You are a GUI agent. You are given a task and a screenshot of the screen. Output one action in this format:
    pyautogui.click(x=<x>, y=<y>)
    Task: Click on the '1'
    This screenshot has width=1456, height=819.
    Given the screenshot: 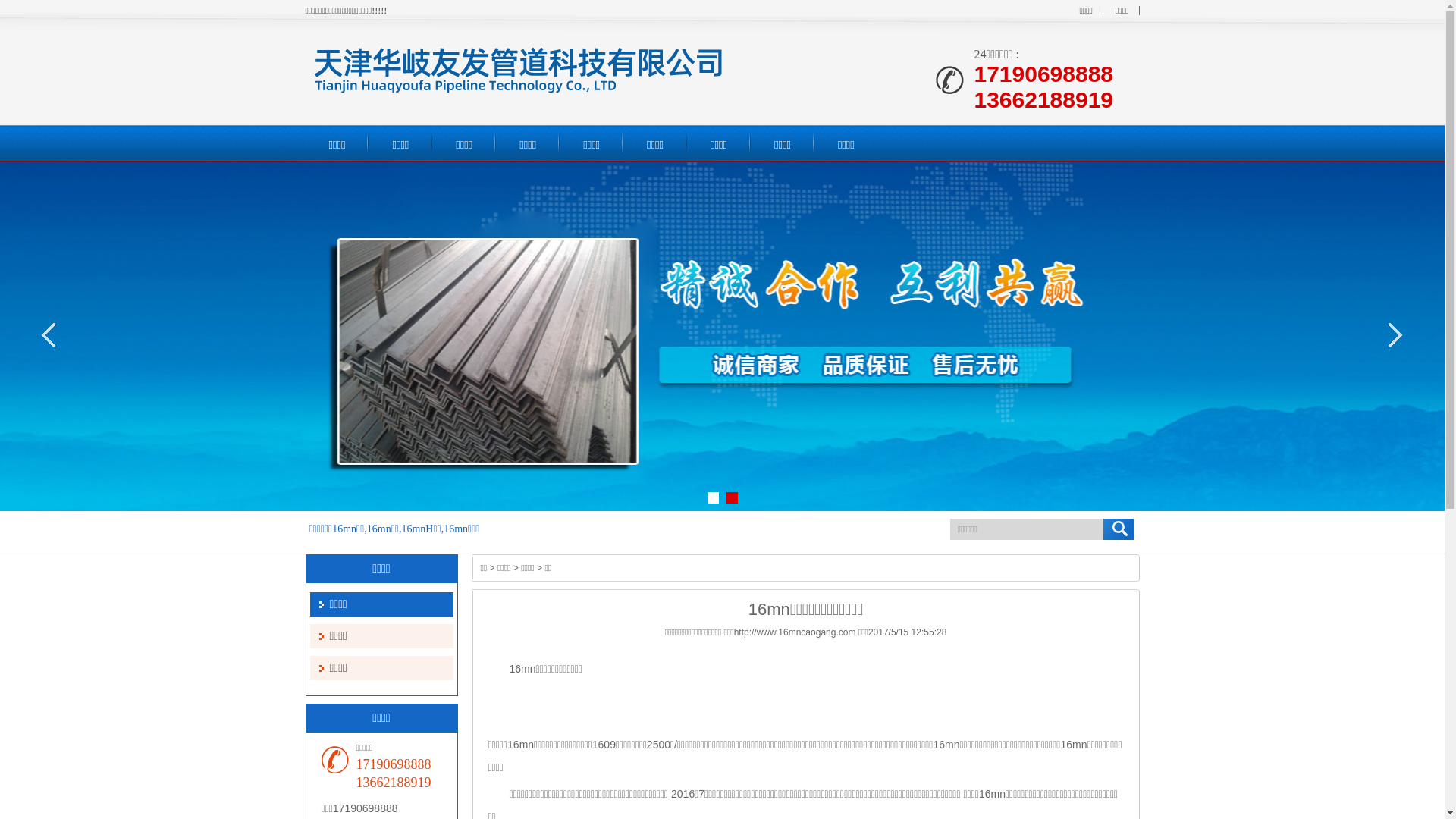 What is the action you would take?
    pyautogui.click(x=711, y=497)
    